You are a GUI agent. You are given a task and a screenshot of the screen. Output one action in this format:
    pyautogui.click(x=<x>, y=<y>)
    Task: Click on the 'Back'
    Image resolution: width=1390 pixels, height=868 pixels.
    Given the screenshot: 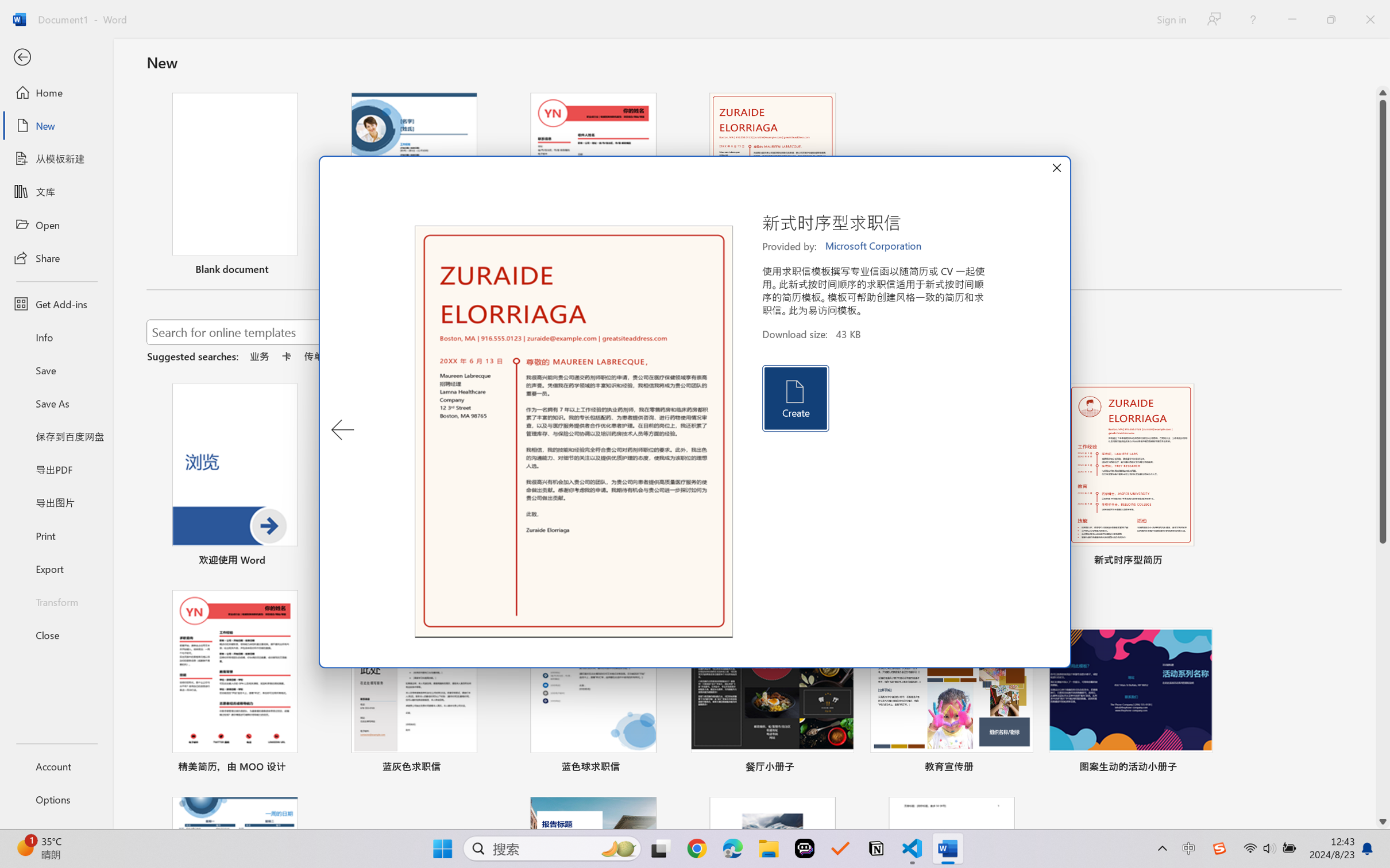 What is the action you would take?
    pyautogui.click(x=56, y=57)
    